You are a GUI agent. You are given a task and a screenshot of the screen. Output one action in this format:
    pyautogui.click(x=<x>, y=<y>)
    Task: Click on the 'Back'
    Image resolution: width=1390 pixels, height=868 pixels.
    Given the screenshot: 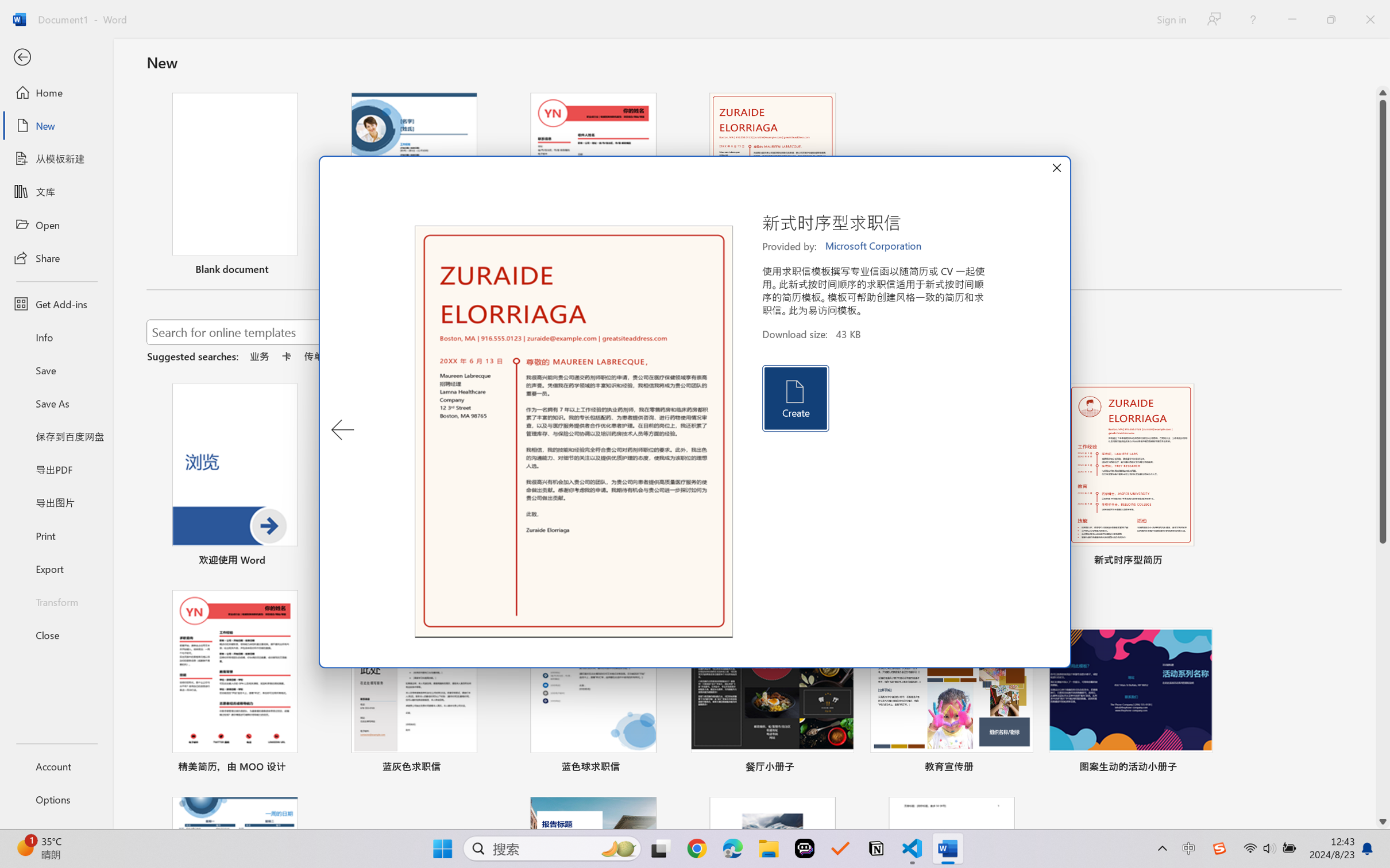 What is the action you would take?
    pyautogui.click(x=56, y=57)
    